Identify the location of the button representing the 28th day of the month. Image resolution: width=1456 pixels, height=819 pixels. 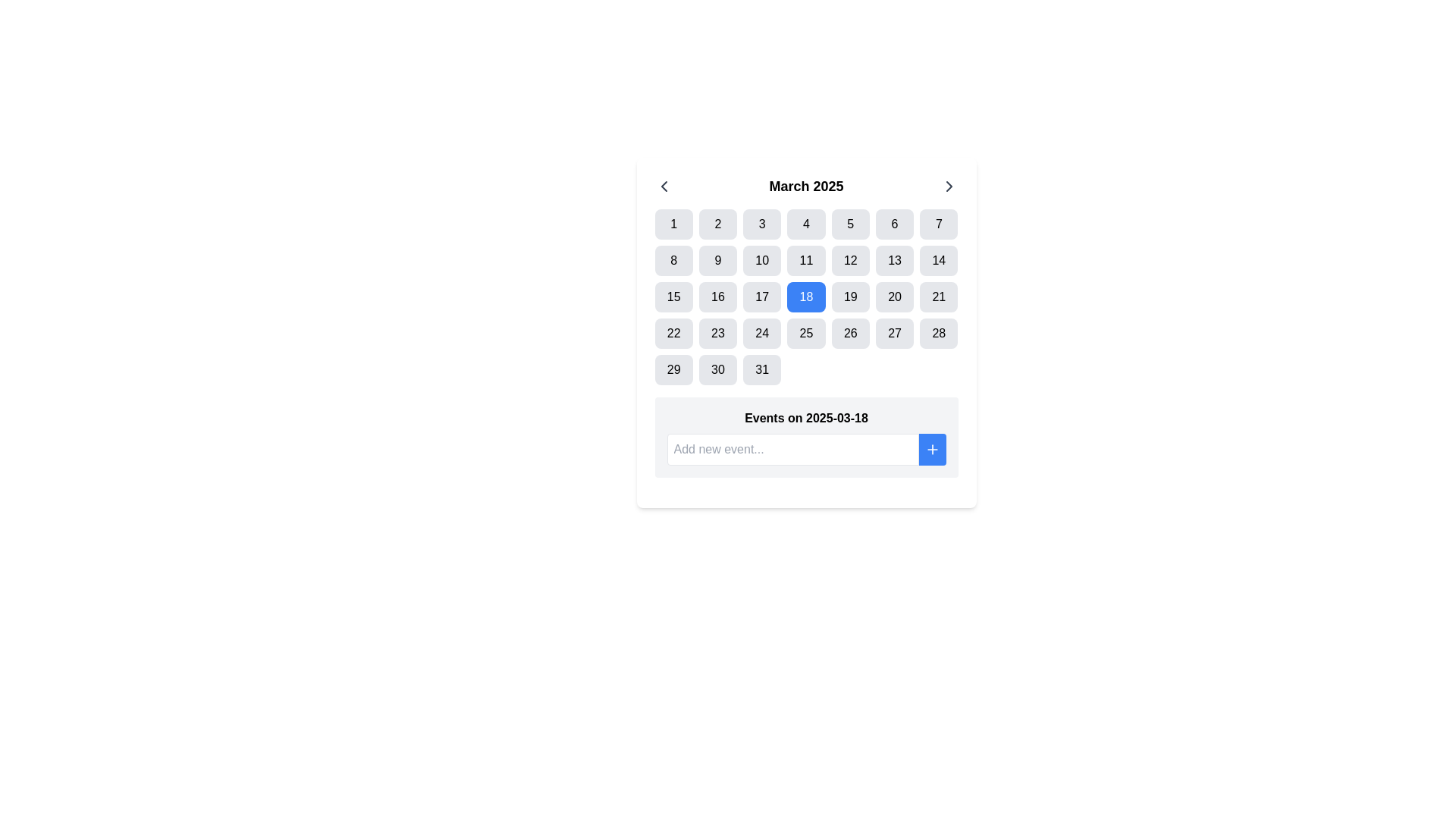
(938, 332).